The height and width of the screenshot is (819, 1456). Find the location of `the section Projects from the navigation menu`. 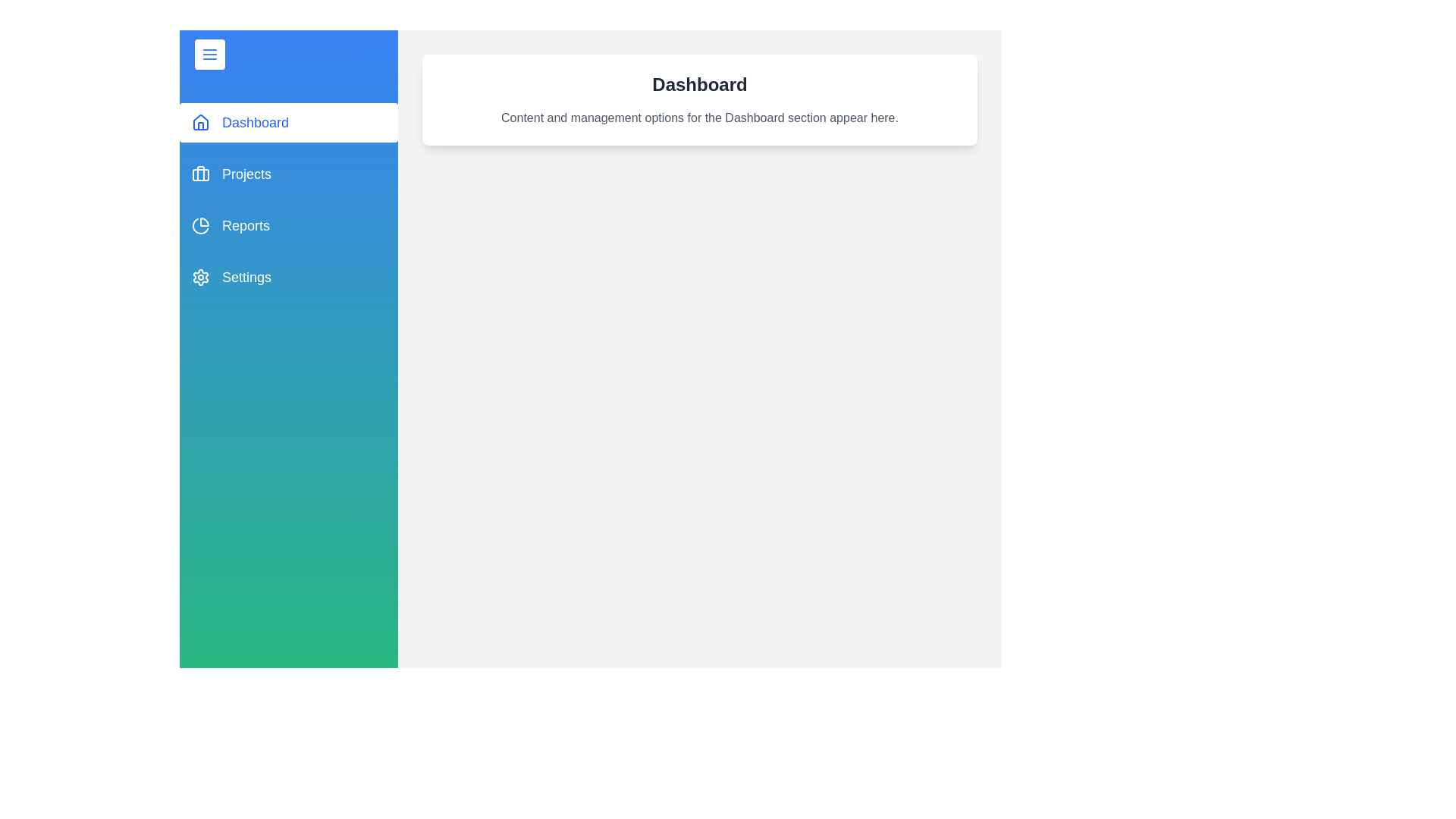

the section Projects from the navigation menu is located at coordinates (288, 174).